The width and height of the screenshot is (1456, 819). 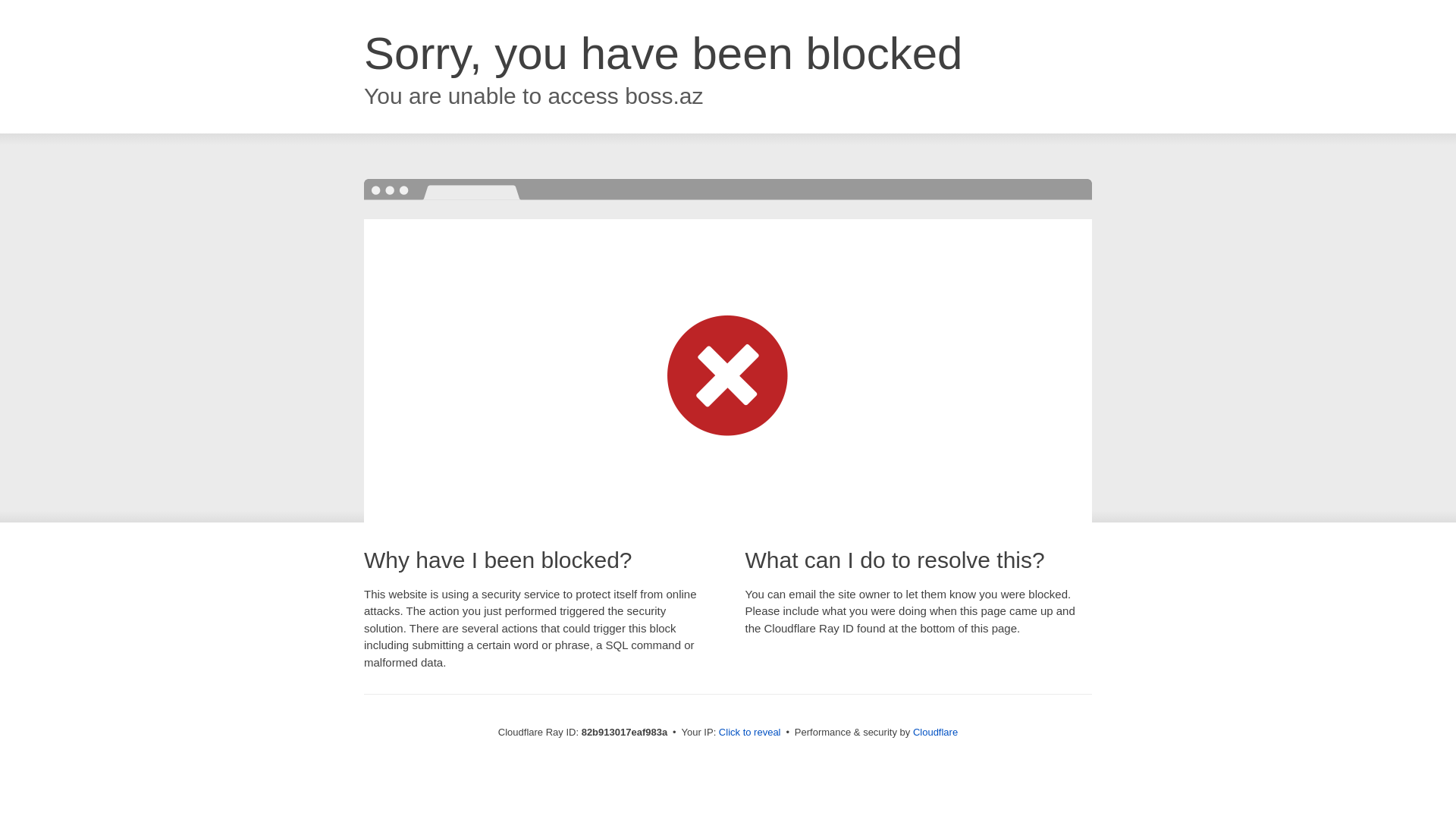 I want to click on 'Click to reveal', so click(x=749, y=731).